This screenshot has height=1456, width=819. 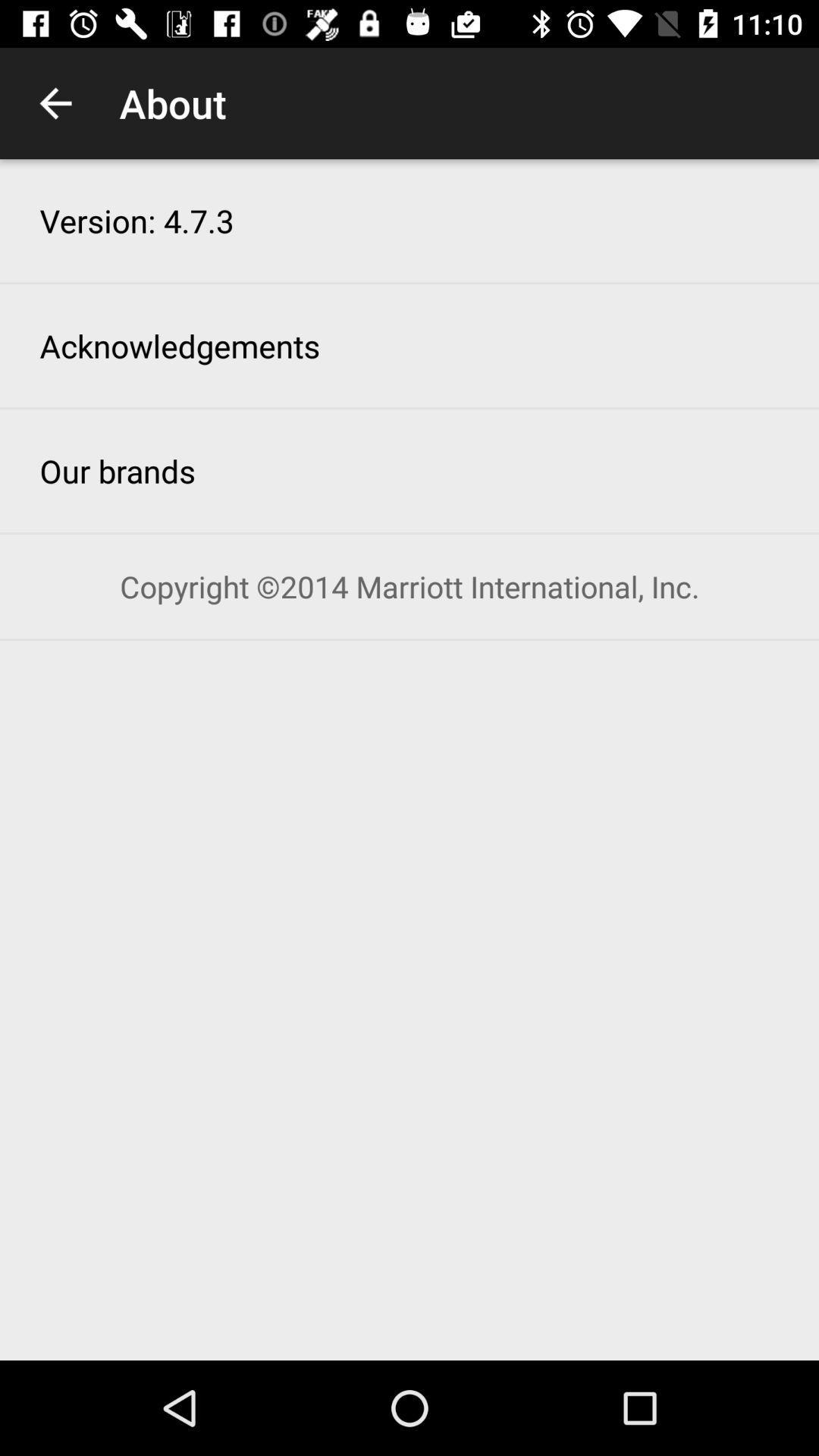 What do you see at coordinates (409, 585) in the screenshot?
I see `copyright 2014 marriott at the center` at bounding box center [409, 585].